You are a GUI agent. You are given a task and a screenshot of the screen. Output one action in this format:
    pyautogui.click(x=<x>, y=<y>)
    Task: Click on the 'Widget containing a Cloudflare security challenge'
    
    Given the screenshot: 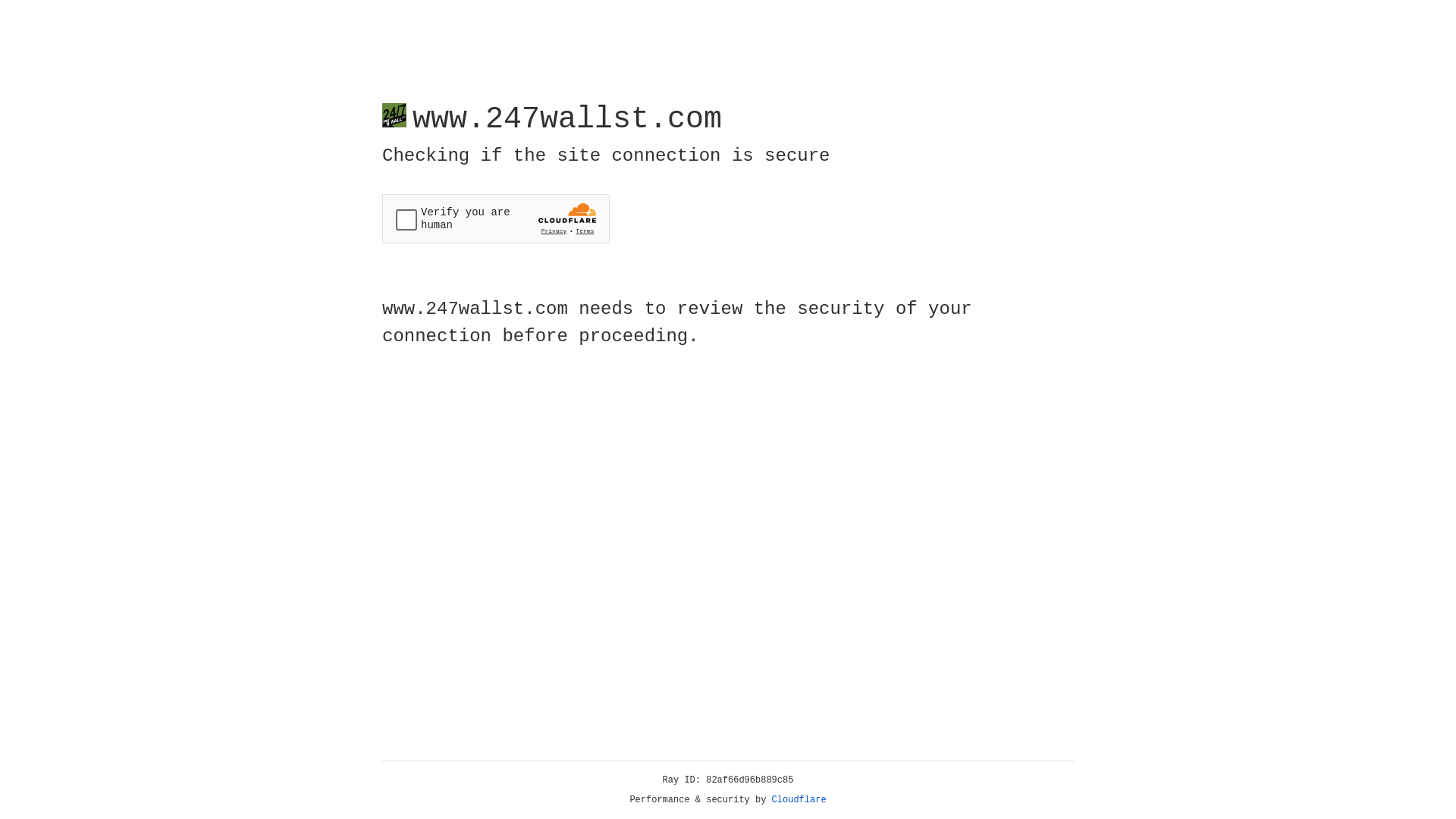 What is the action you would take?
    pyautogui.click(x=495, y=218)
    